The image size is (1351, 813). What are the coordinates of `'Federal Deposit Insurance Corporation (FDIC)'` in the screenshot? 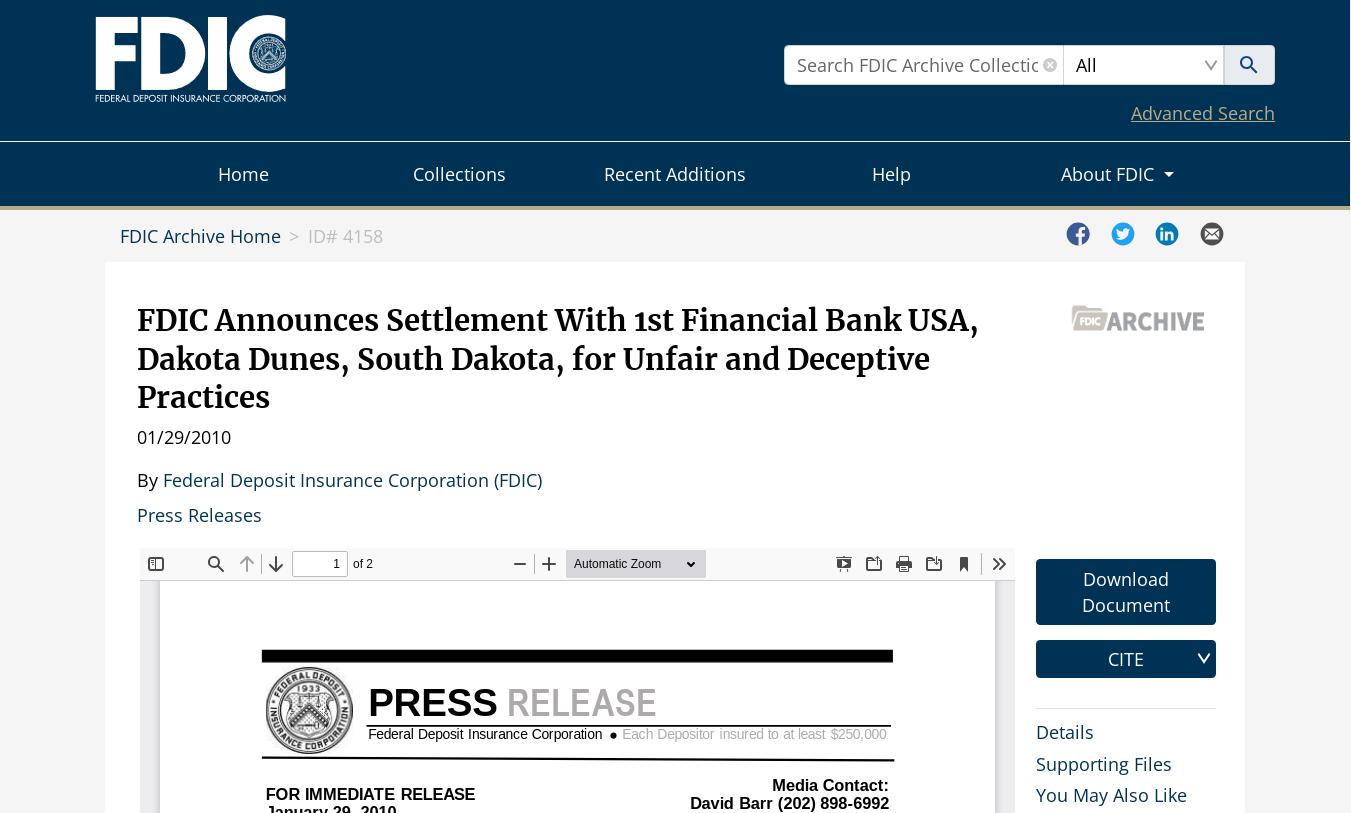 It's located at (352, 479).